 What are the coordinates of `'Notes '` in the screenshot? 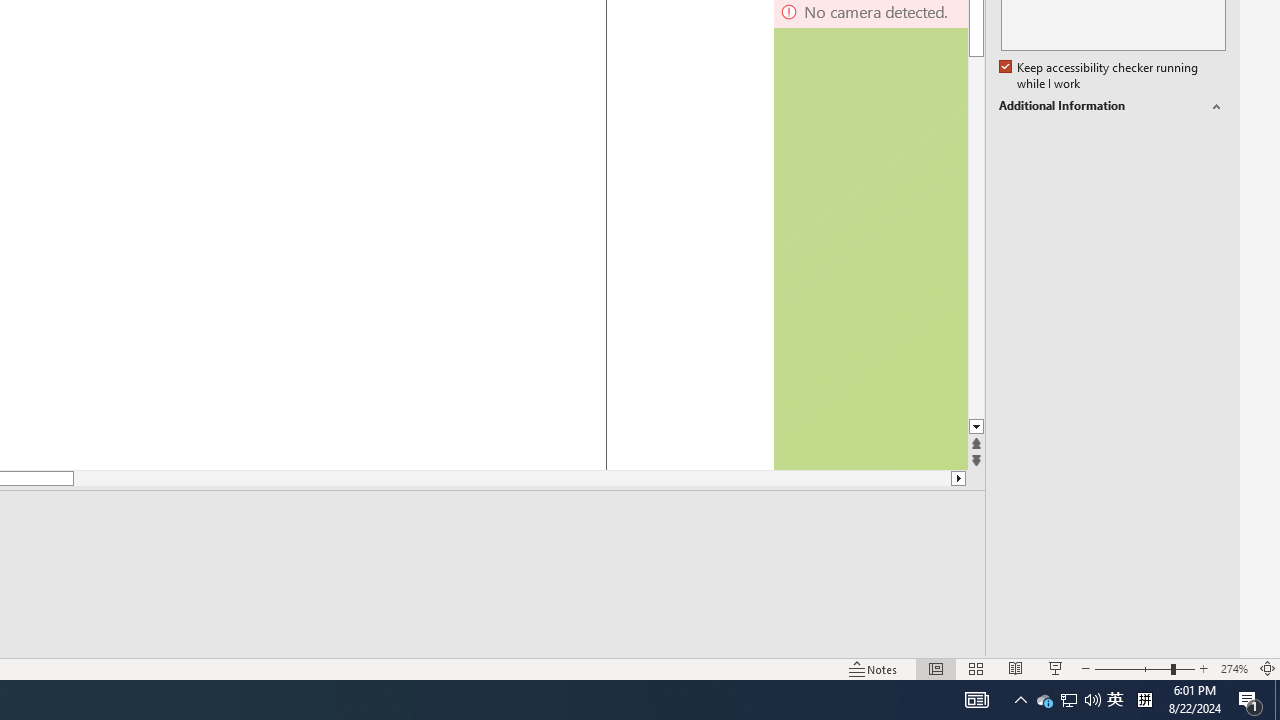 It's located at (874, 669).